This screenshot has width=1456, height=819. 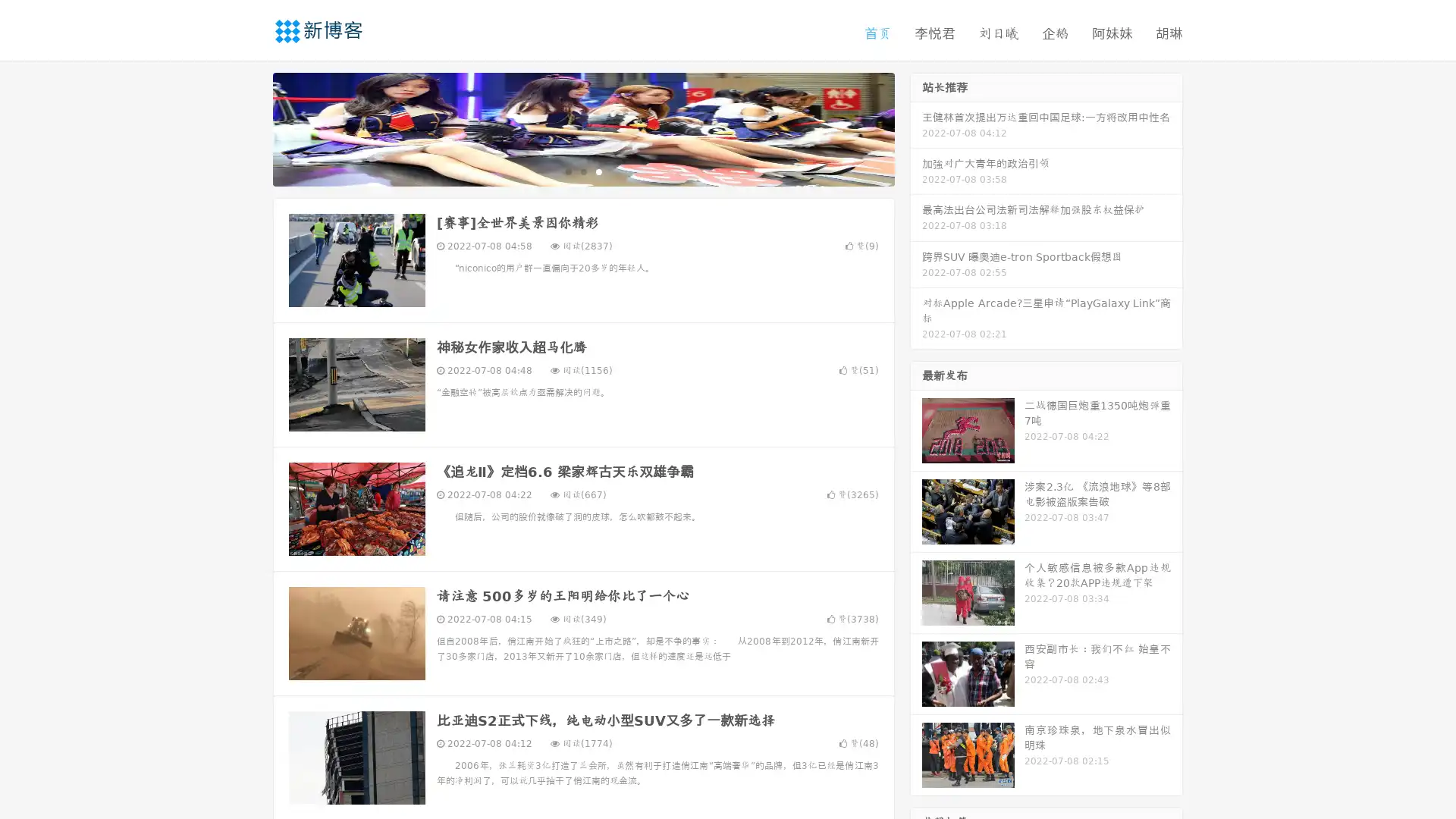 What do you see at coordinates (582, 171) in the screenshot?
I see `Go to slide 2` at bounding box center [582, 171].